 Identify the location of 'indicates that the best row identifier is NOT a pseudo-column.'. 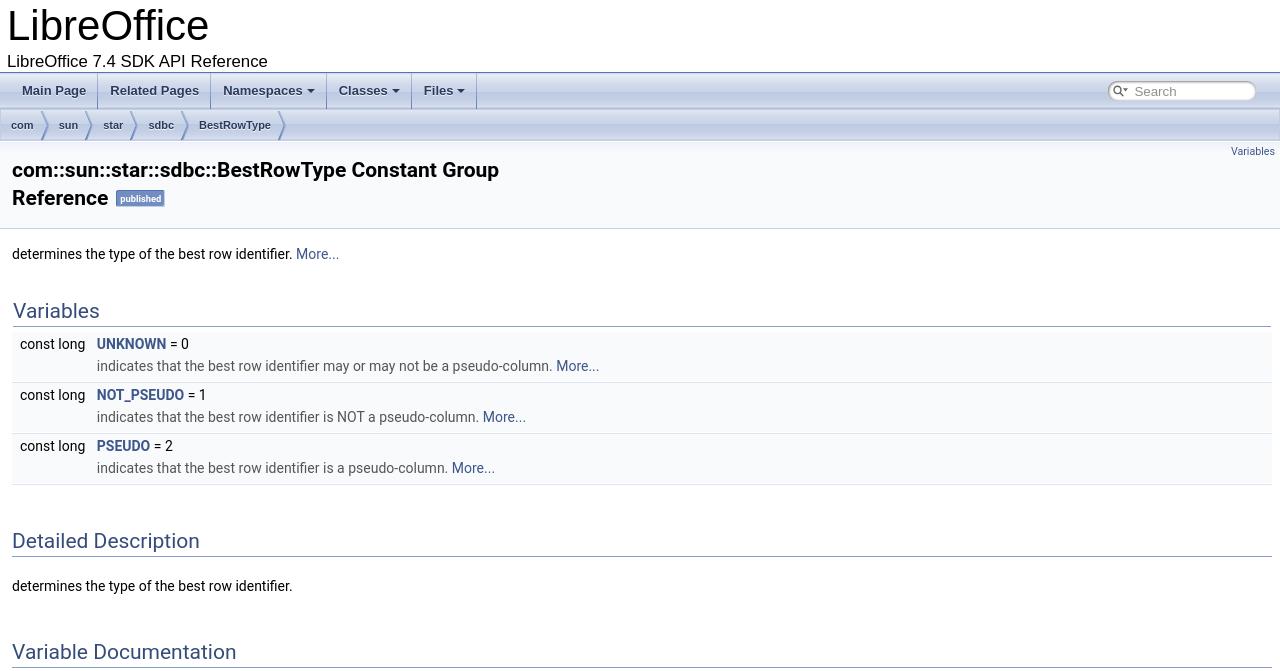
(288, 416).